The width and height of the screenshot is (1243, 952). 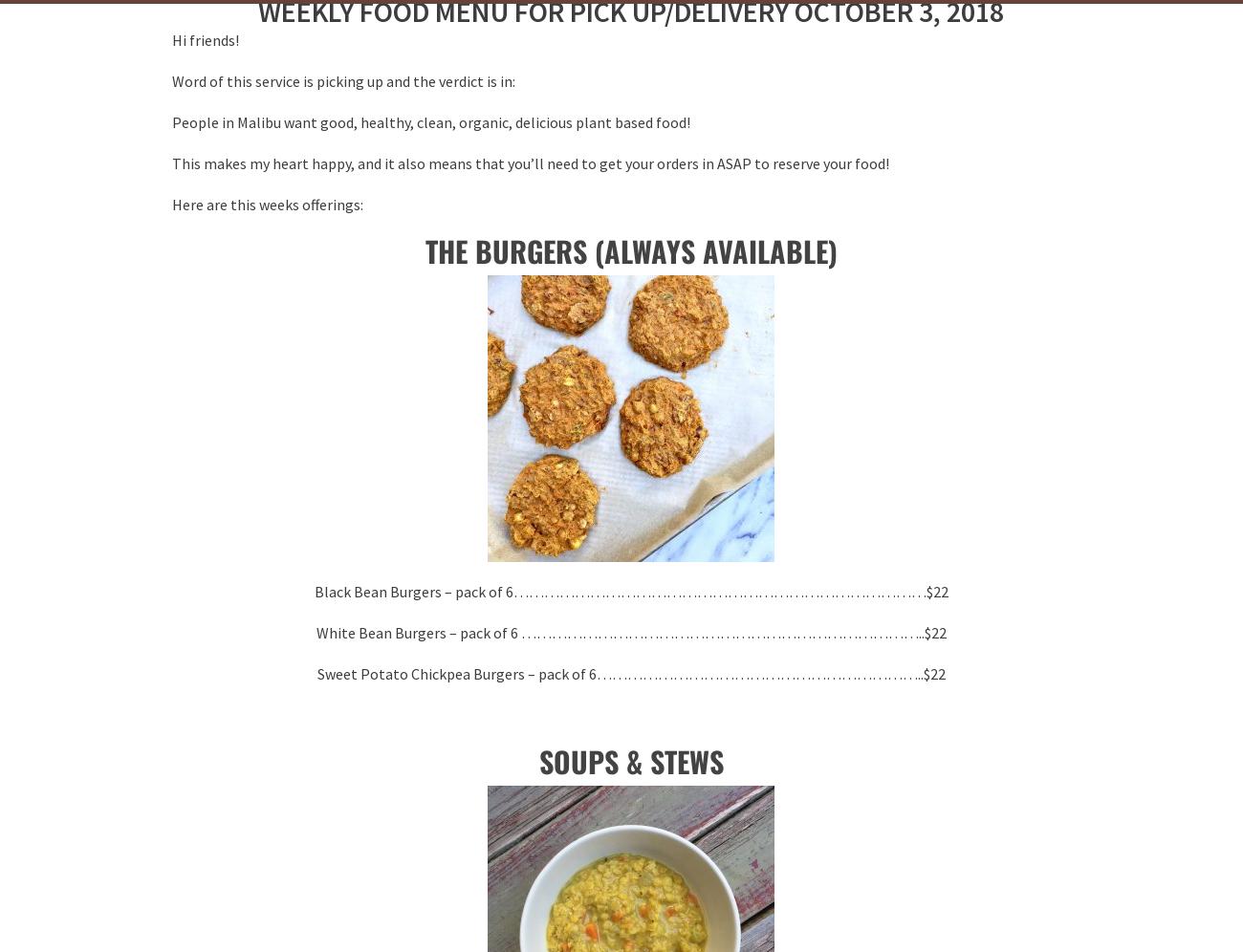 I want to click on 'White Bean Burgers – pack of 6 ……………………………………………………………………..$22', so click(x=629, y=632).